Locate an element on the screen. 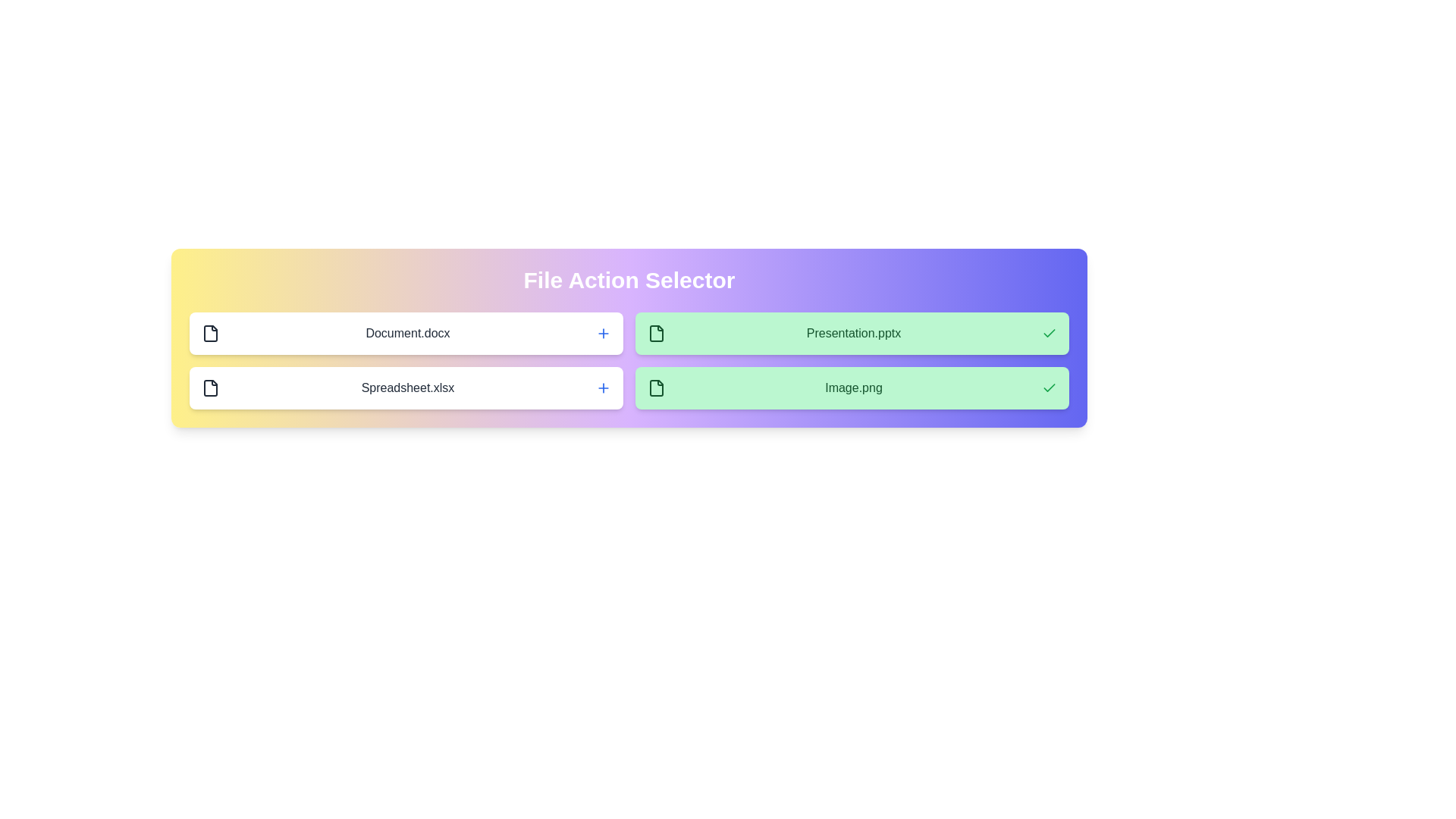 This screenshot has width=1456, height=819. the file Document.docx by clicking on its row is located at coordinates (406, 332).